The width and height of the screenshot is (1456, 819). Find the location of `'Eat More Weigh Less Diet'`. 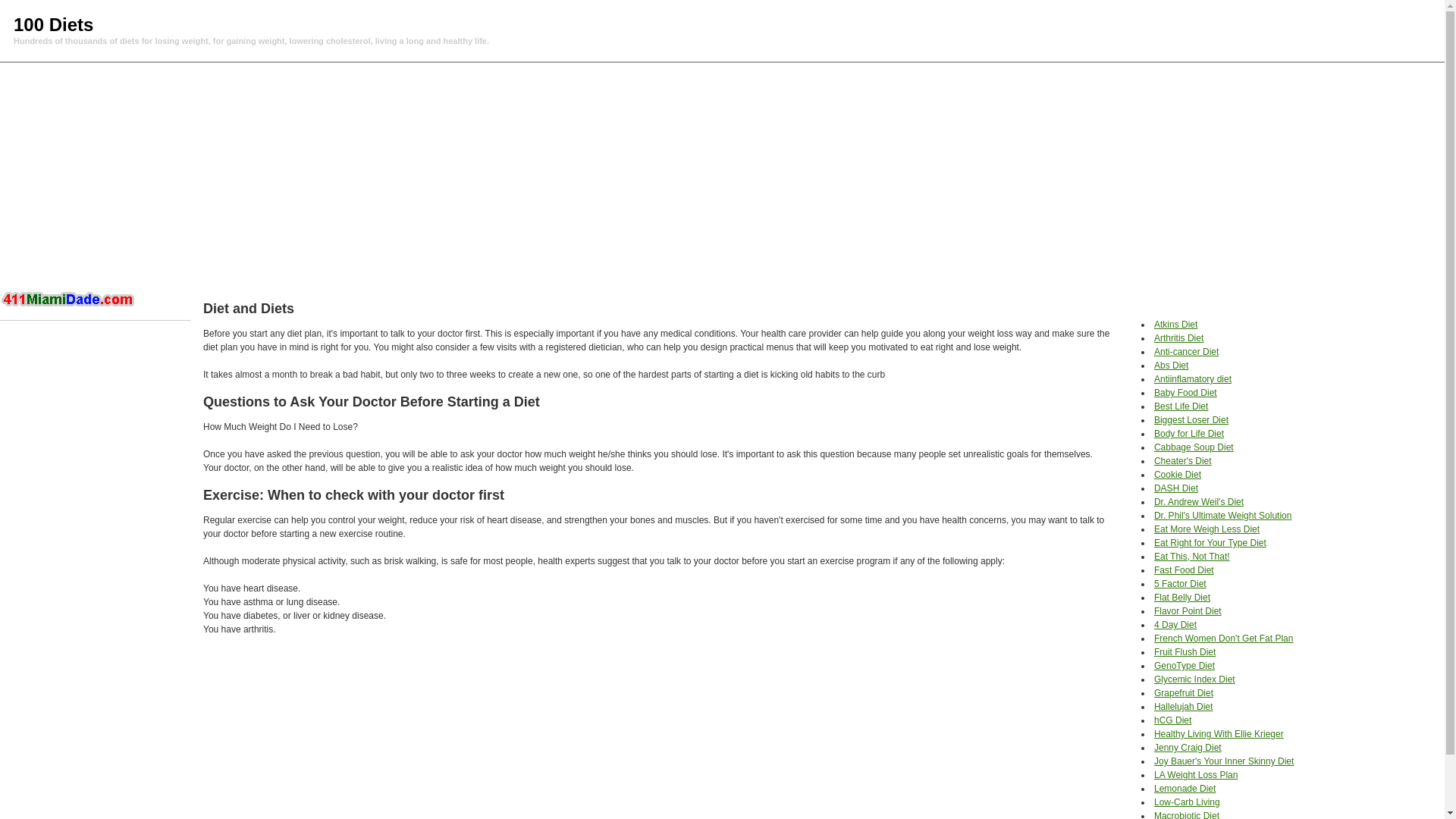

'Eat More Weigh Less Diet' is located at coordinates (1206, 529).